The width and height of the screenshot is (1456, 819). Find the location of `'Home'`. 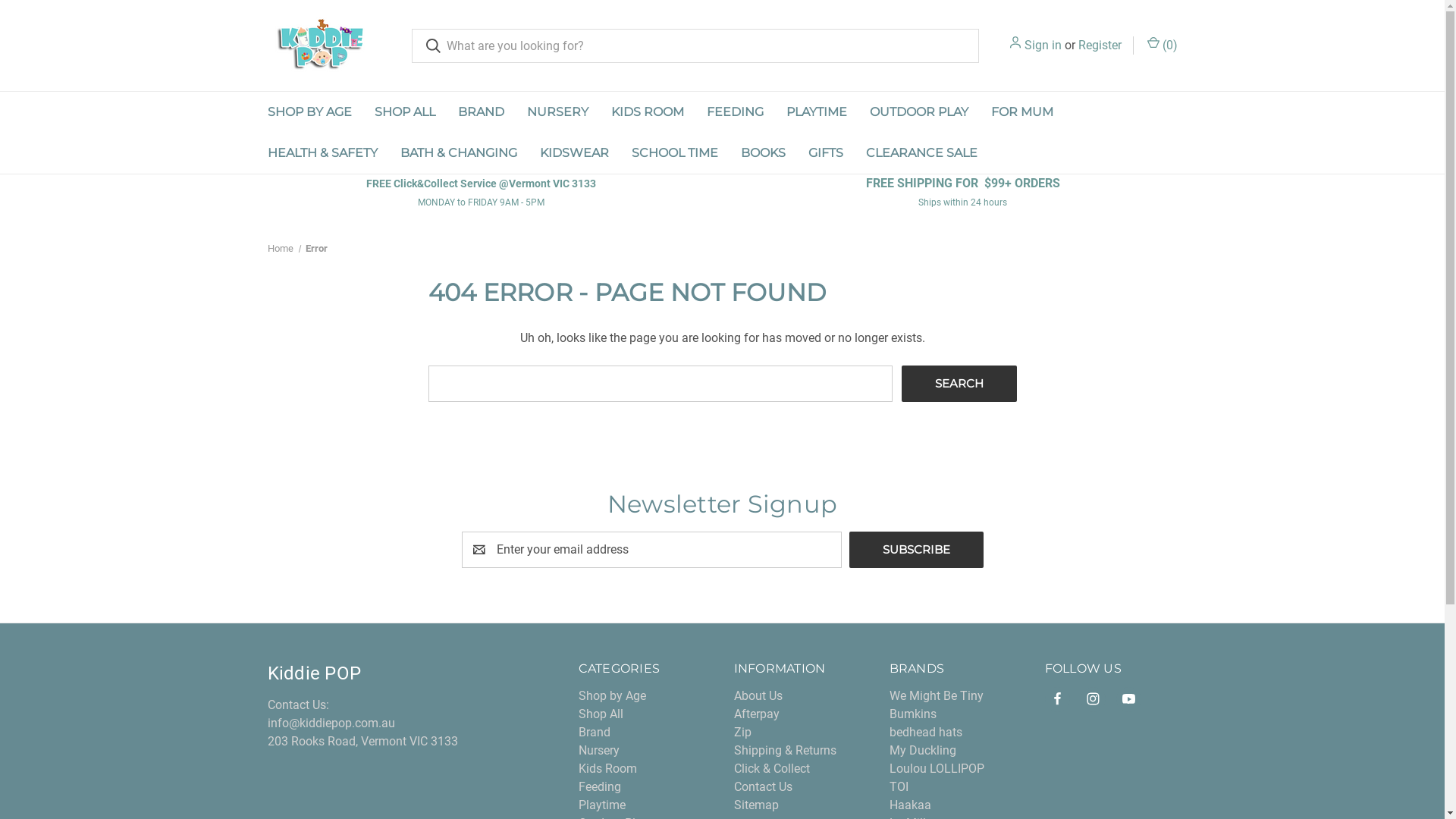

'Home' is located at coordinates (266, 247).